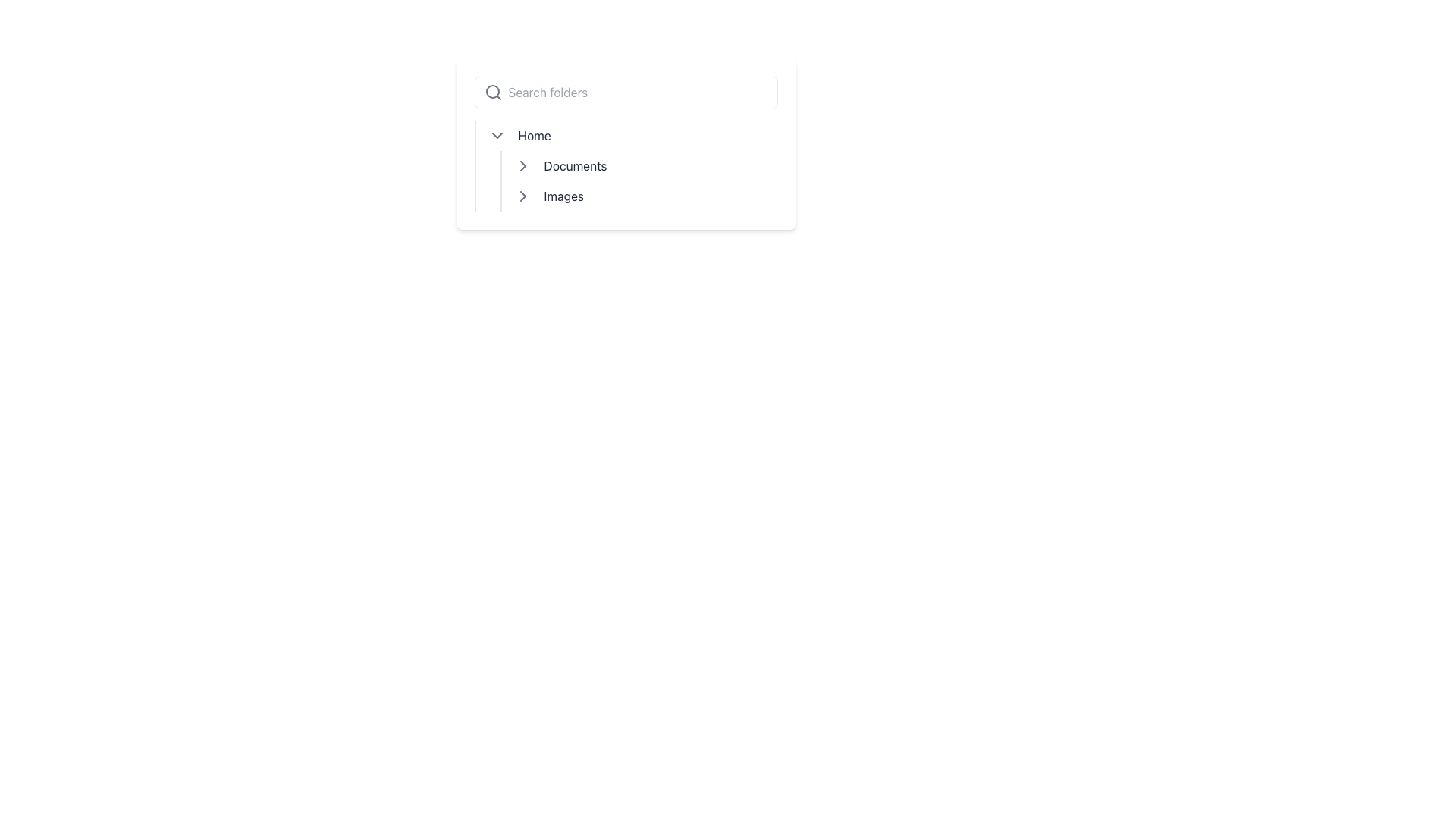 This screenshot has width=1456, height=819. Describe the element at coordinates (645, 195) in the screenshot. I see `the 'Images' list item under the 'Documents' section` at that location.